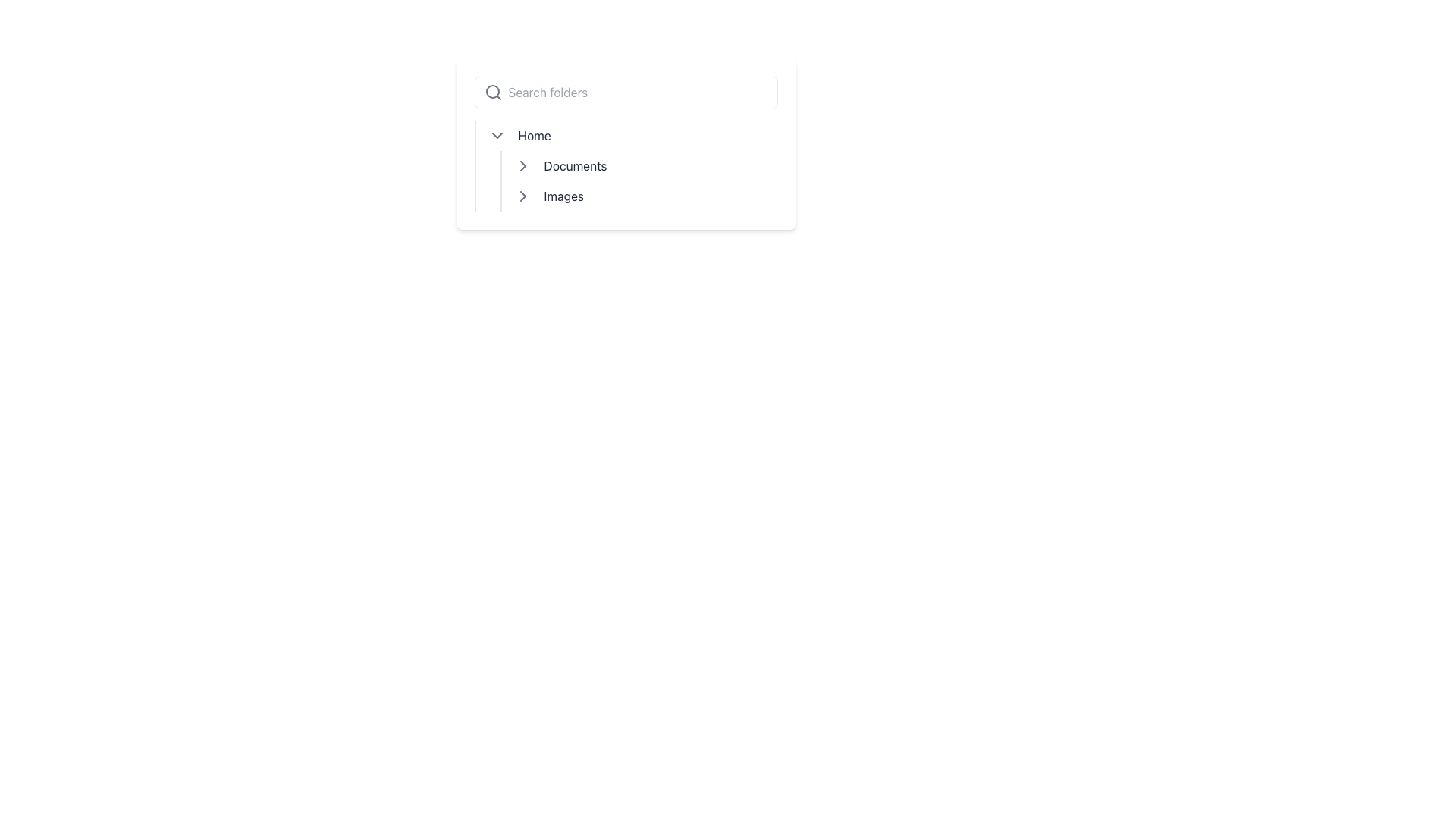 This screenshot has width=1456, height=819. Describe the element at coordinates (645, 195) in the screenshot. I see `the 'Images' list item under the 'Documents' section` at that location.